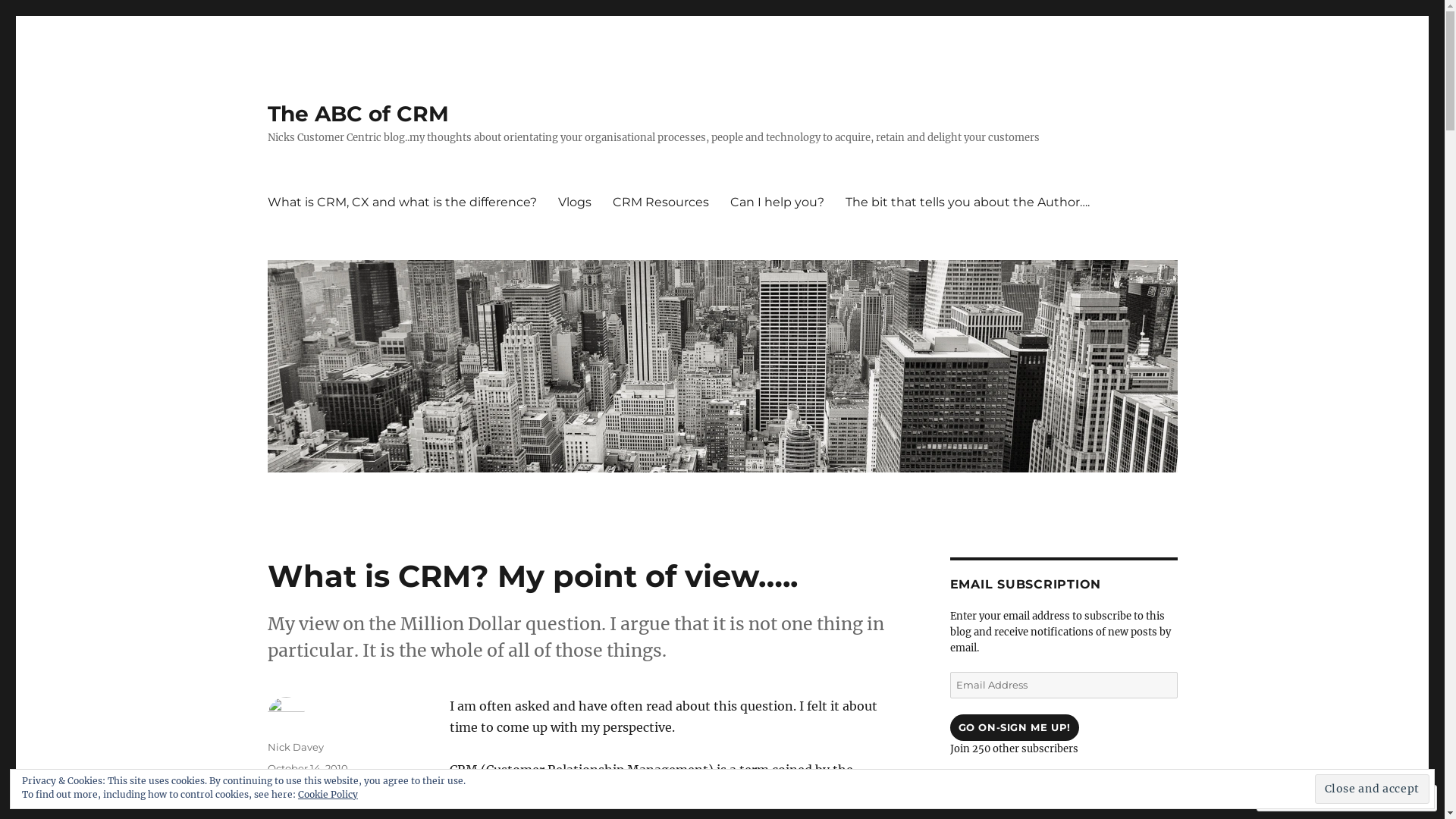  I want to click on 'Comment', so click(1262, 797).